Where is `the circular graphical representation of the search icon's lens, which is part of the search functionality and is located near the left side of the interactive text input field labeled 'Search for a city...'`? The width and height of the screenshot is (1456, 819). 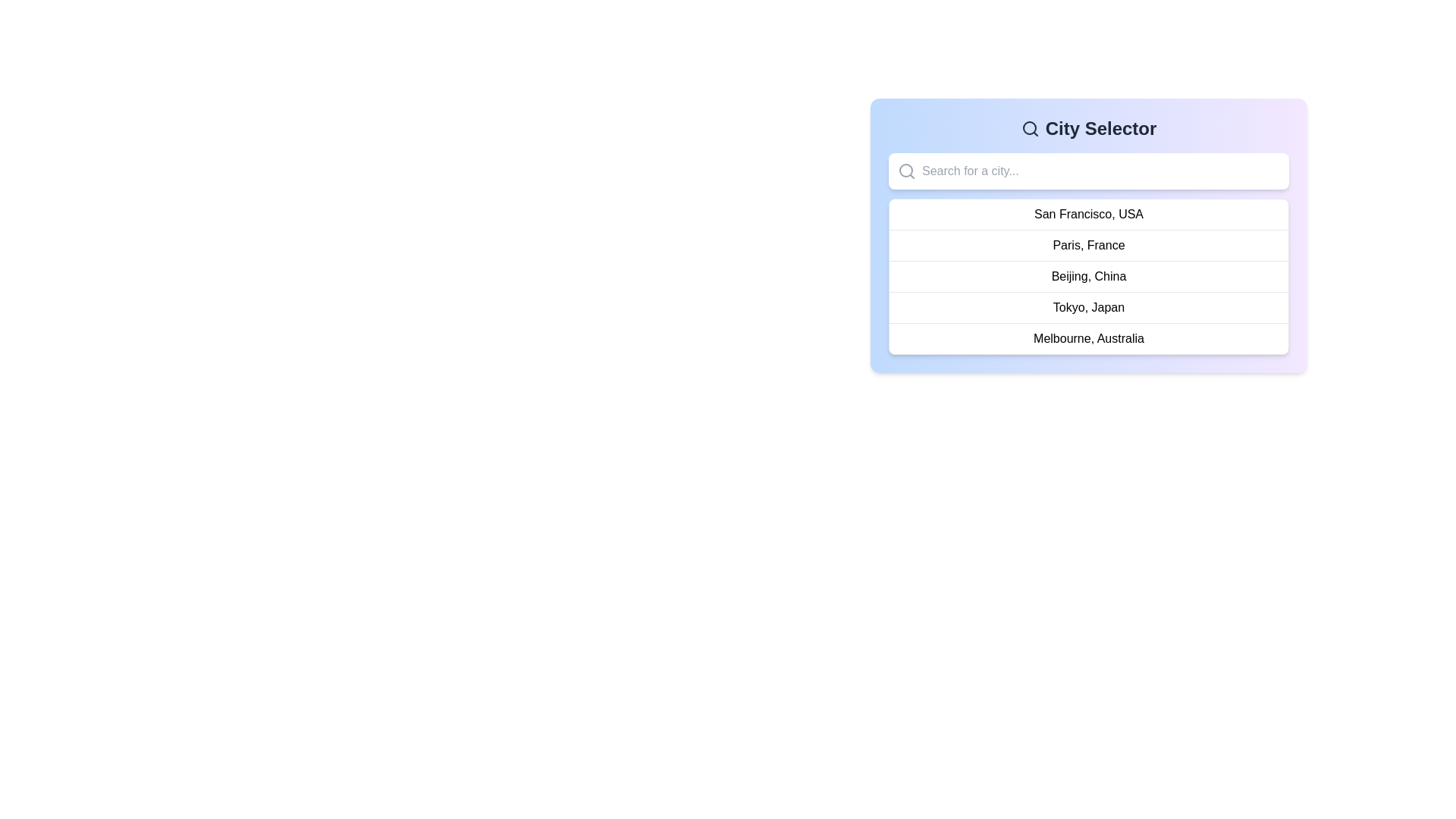
the circular graphical representation of the search icon's lens, which is part of the search functionality and is located near the left side of the interactive text input field labeled 'Search for a city...' is located at coordinates (1029, 127).